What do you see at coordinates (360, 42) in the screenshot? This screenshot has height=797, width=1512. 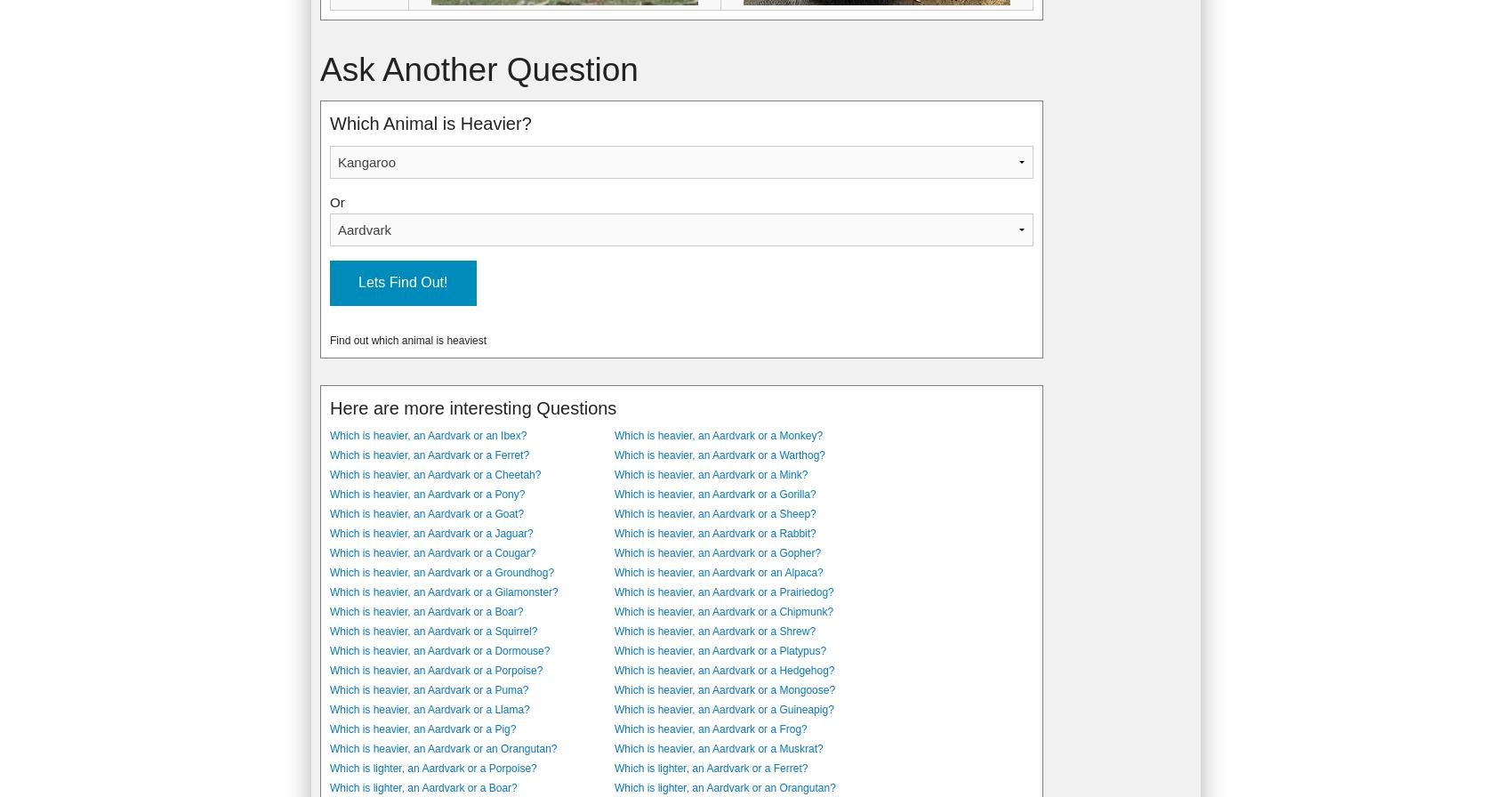 I see `'Kangaroo'` at bounding box center [360, 42].